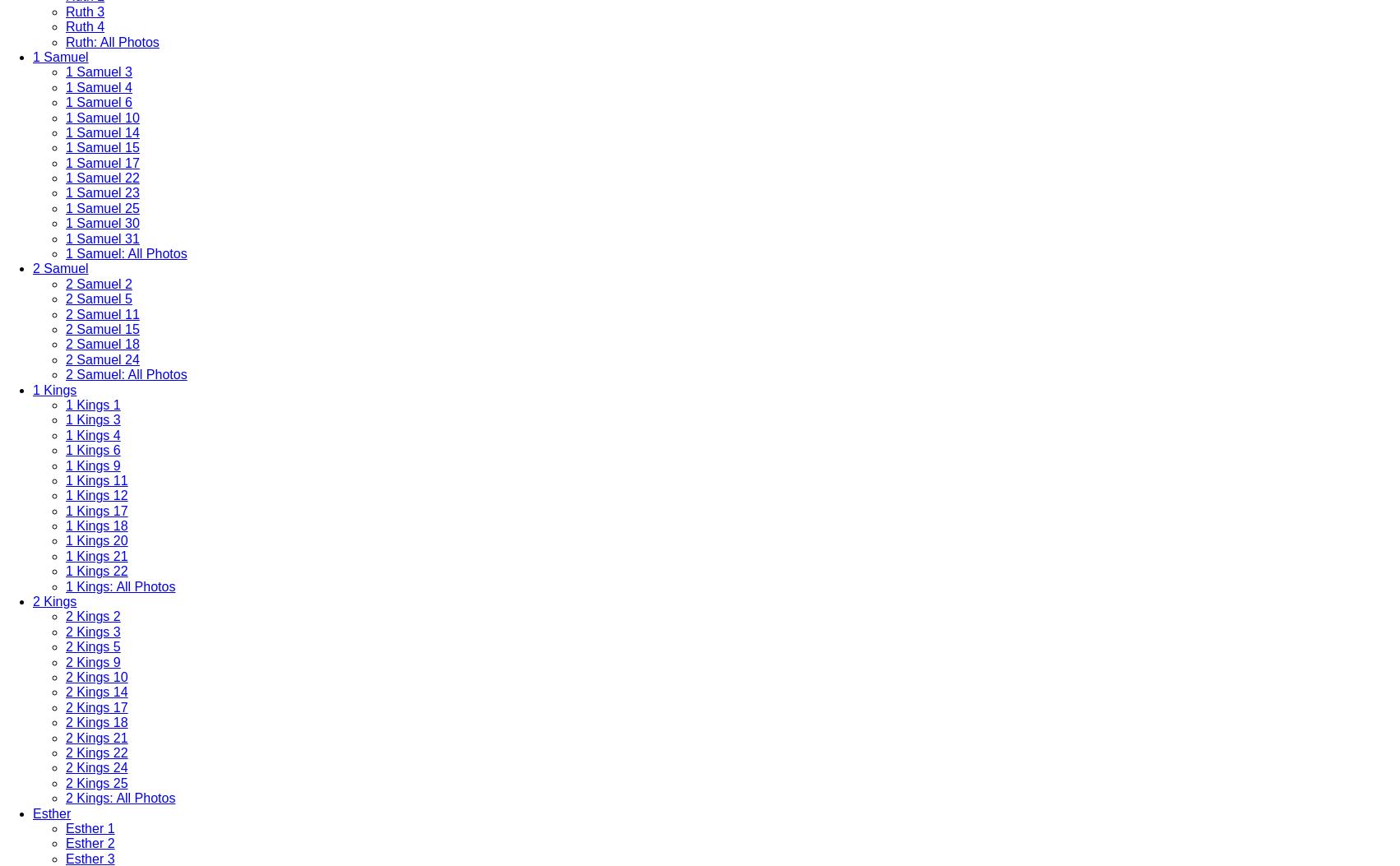  Describe the element at coordinates (96, 691) in the screenshot. I see `'2 Kings 14'` at that location.